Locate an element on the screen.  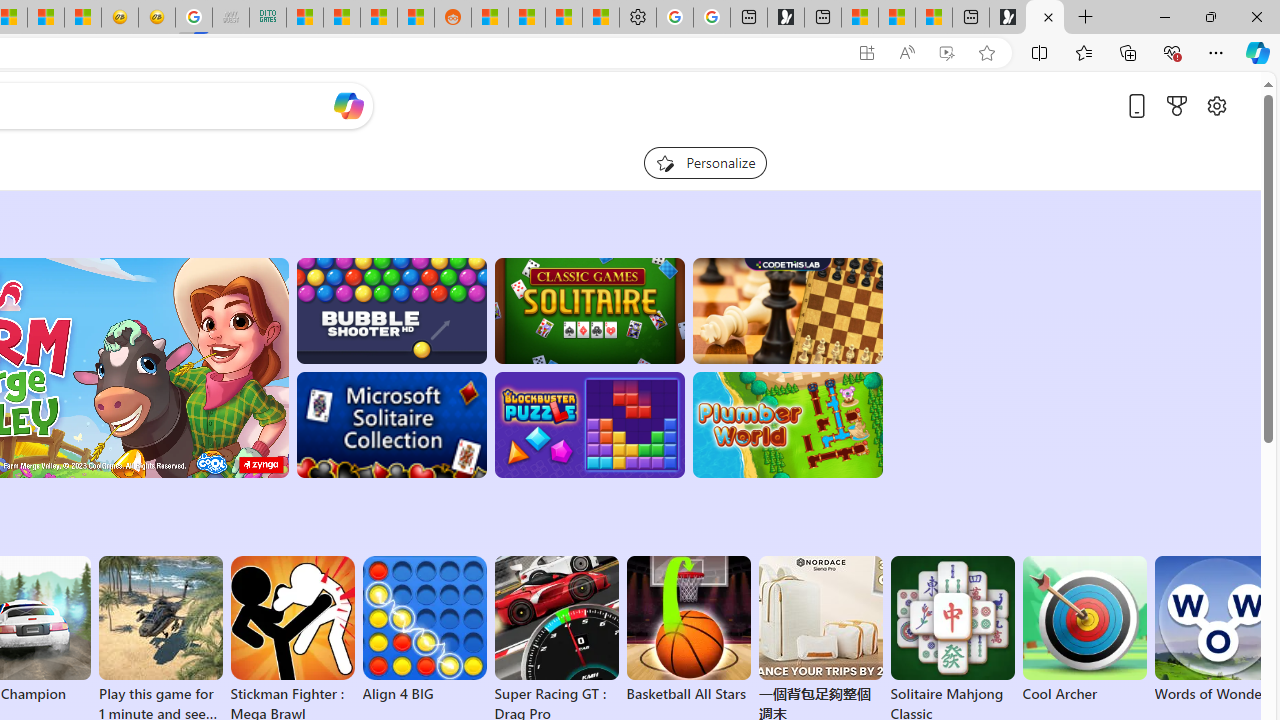
'Align 4 BIG' is located at coordinates (423, 630).